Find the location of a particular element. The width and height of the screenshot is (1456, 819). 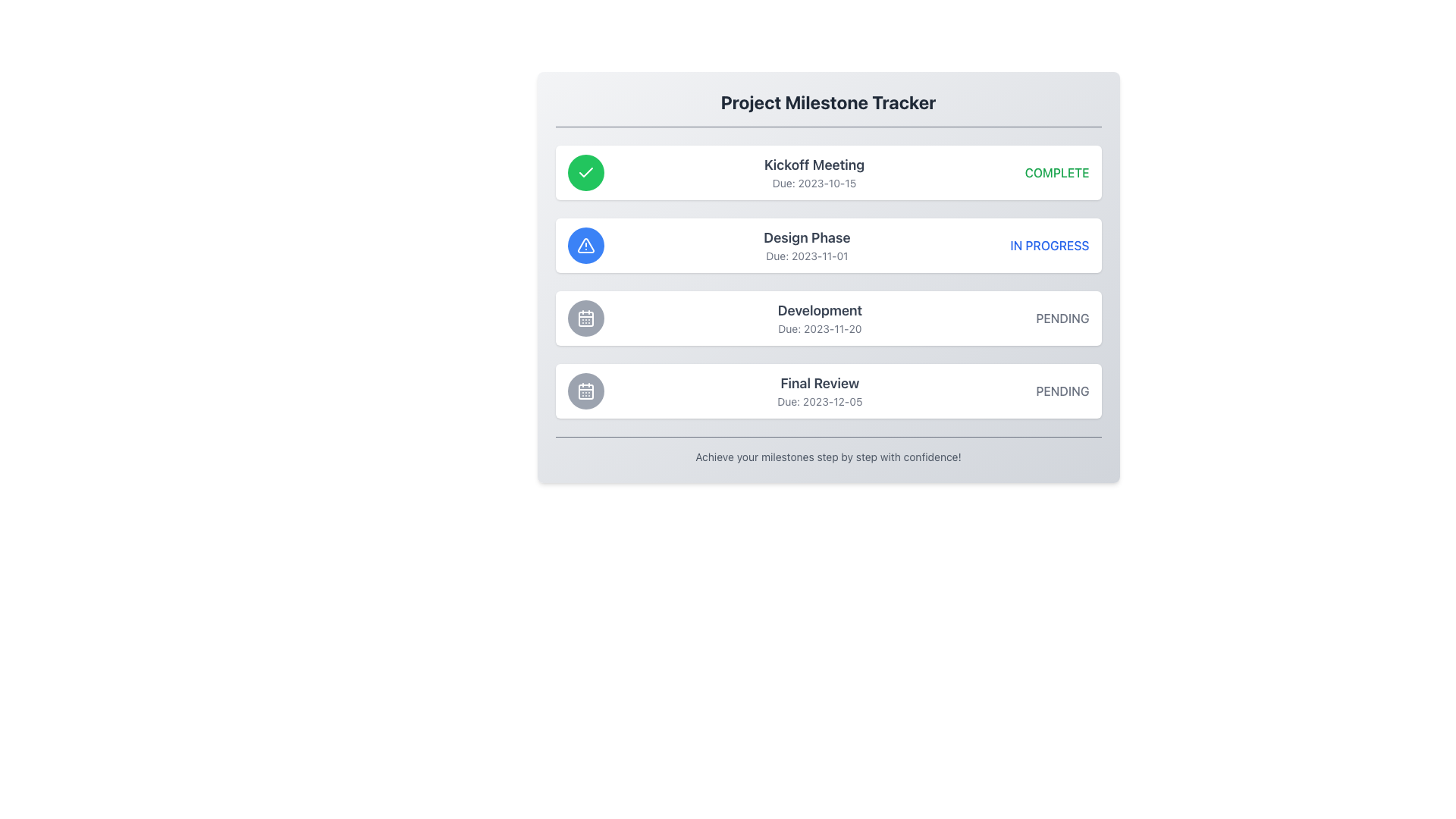

the text label indicating the due date for the associated milestone, located below the 'Final Review' text in the fourth progress card of the 'Project Milestone Tracker' interface is located at coordinates (819, 400).